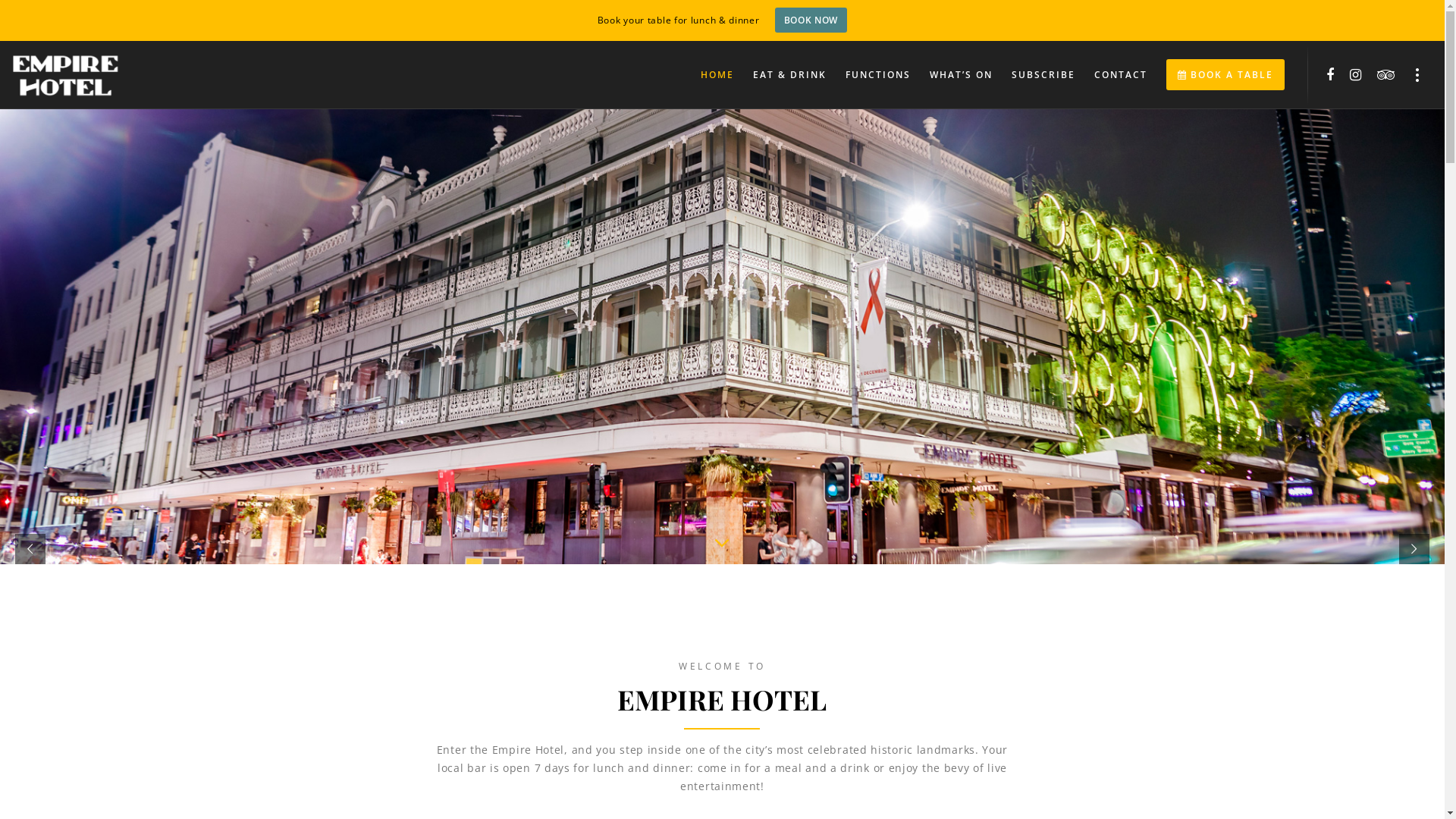  Describe the element at coordinates (1216, 75) in the screenshot. I see `'BOOK A TABLE'` at that location.